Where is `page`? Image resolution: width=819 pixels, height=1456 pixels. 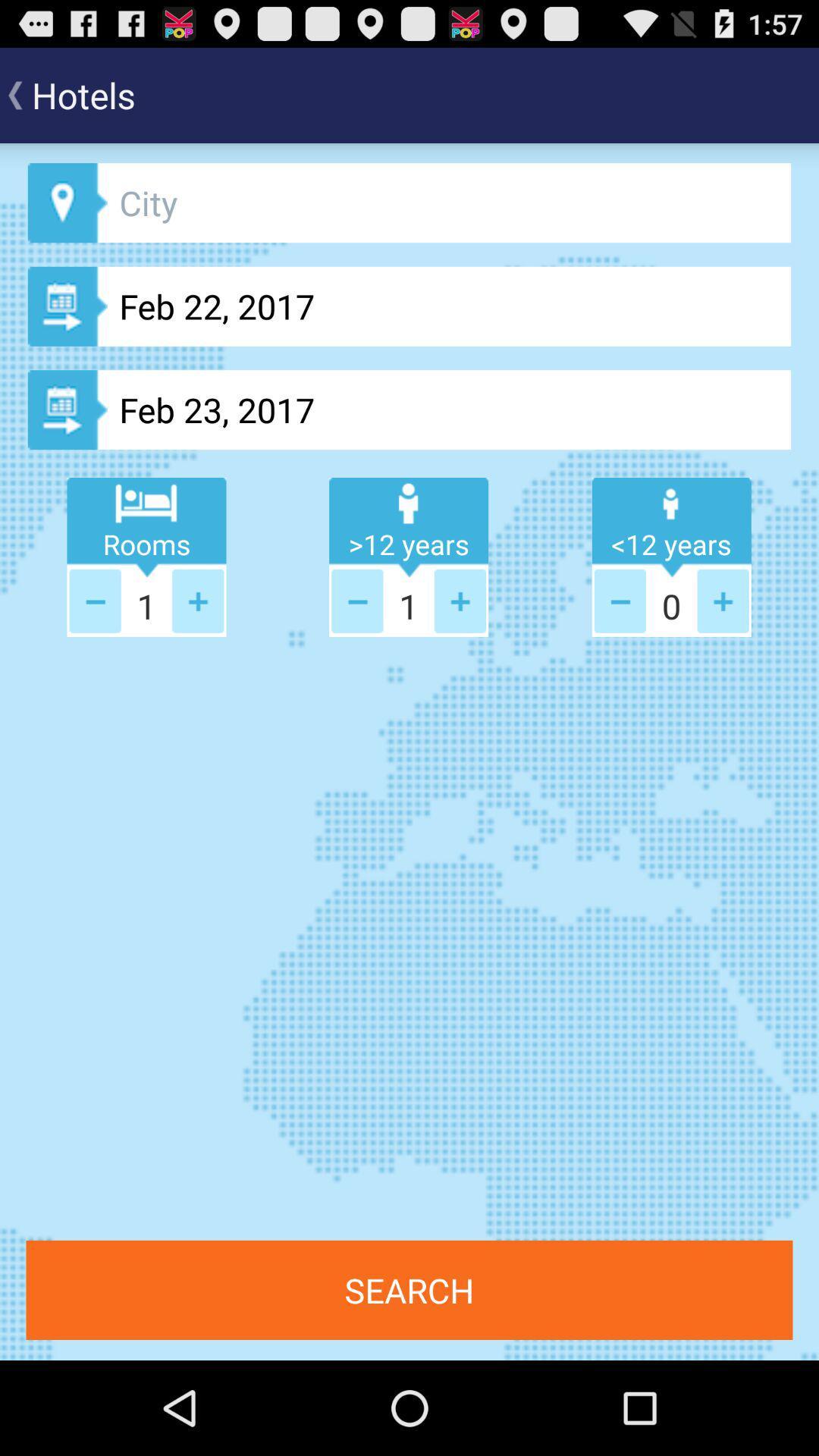 page is located at coordinates (620, 600).